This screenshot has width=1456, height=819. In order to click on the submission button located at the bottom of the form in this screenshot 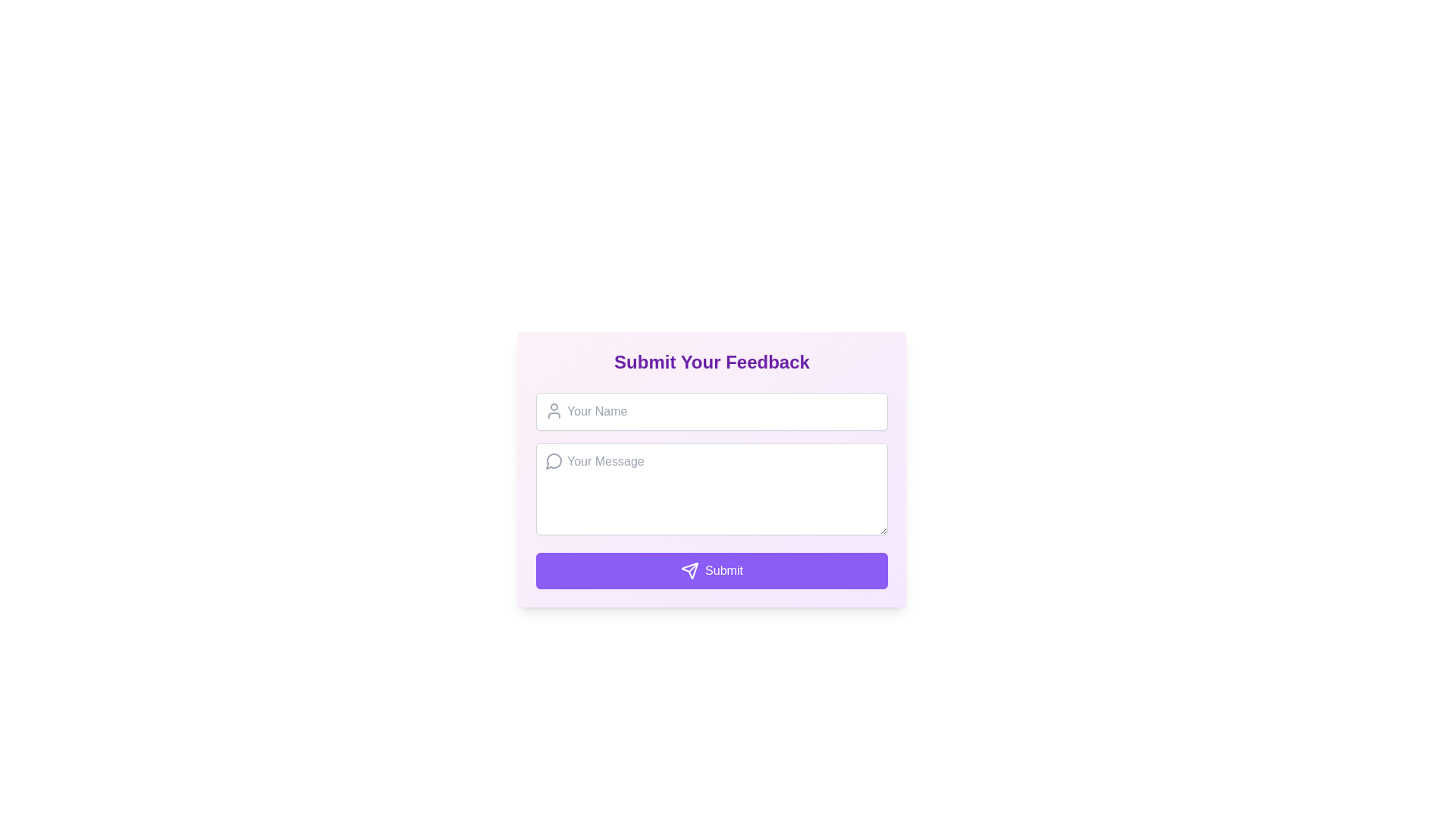, I will do `click(711, 570)`.